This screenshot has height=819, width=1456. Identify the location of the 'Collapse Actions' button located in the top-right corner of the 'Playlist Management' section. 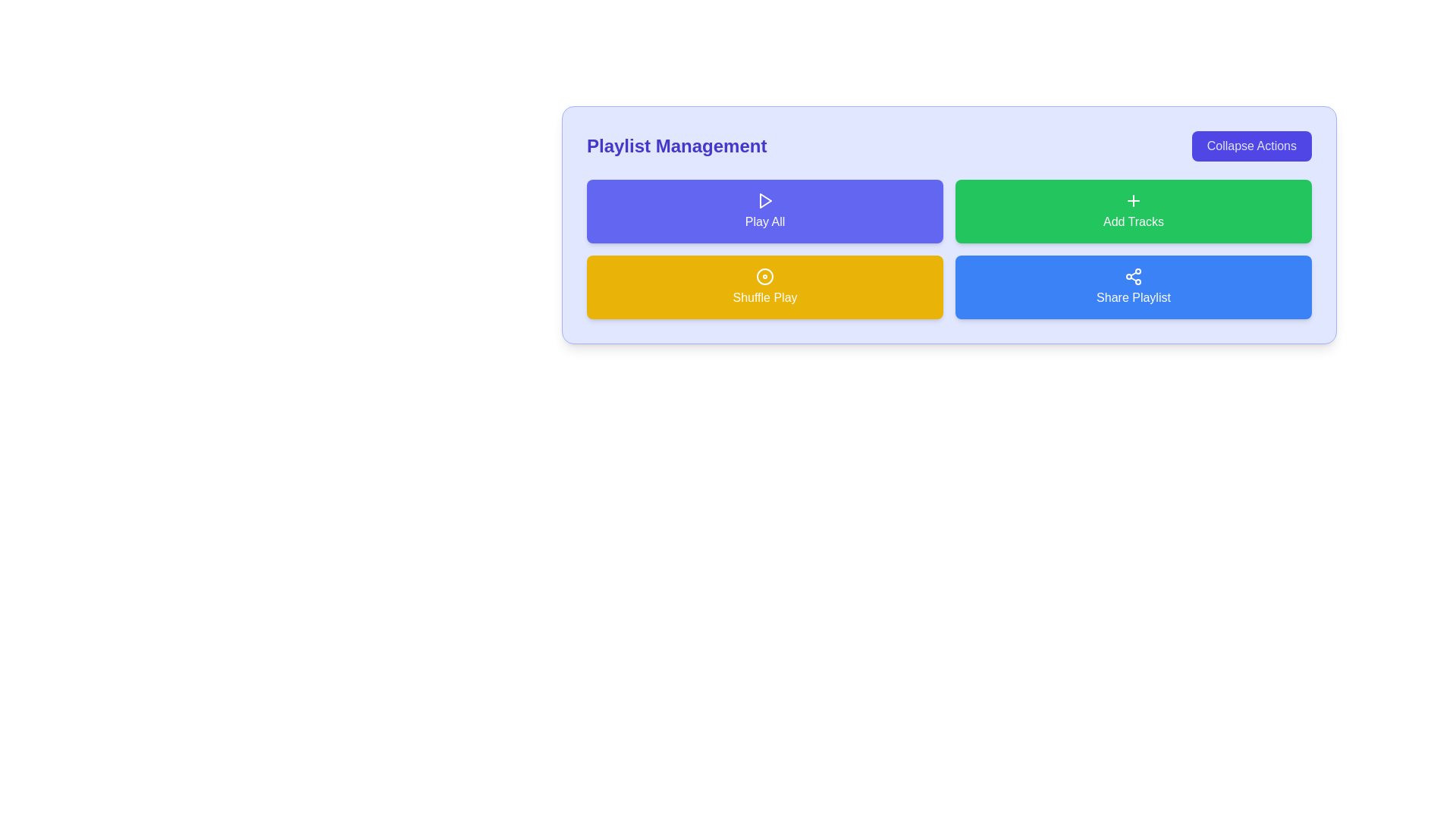
(1251, 146).